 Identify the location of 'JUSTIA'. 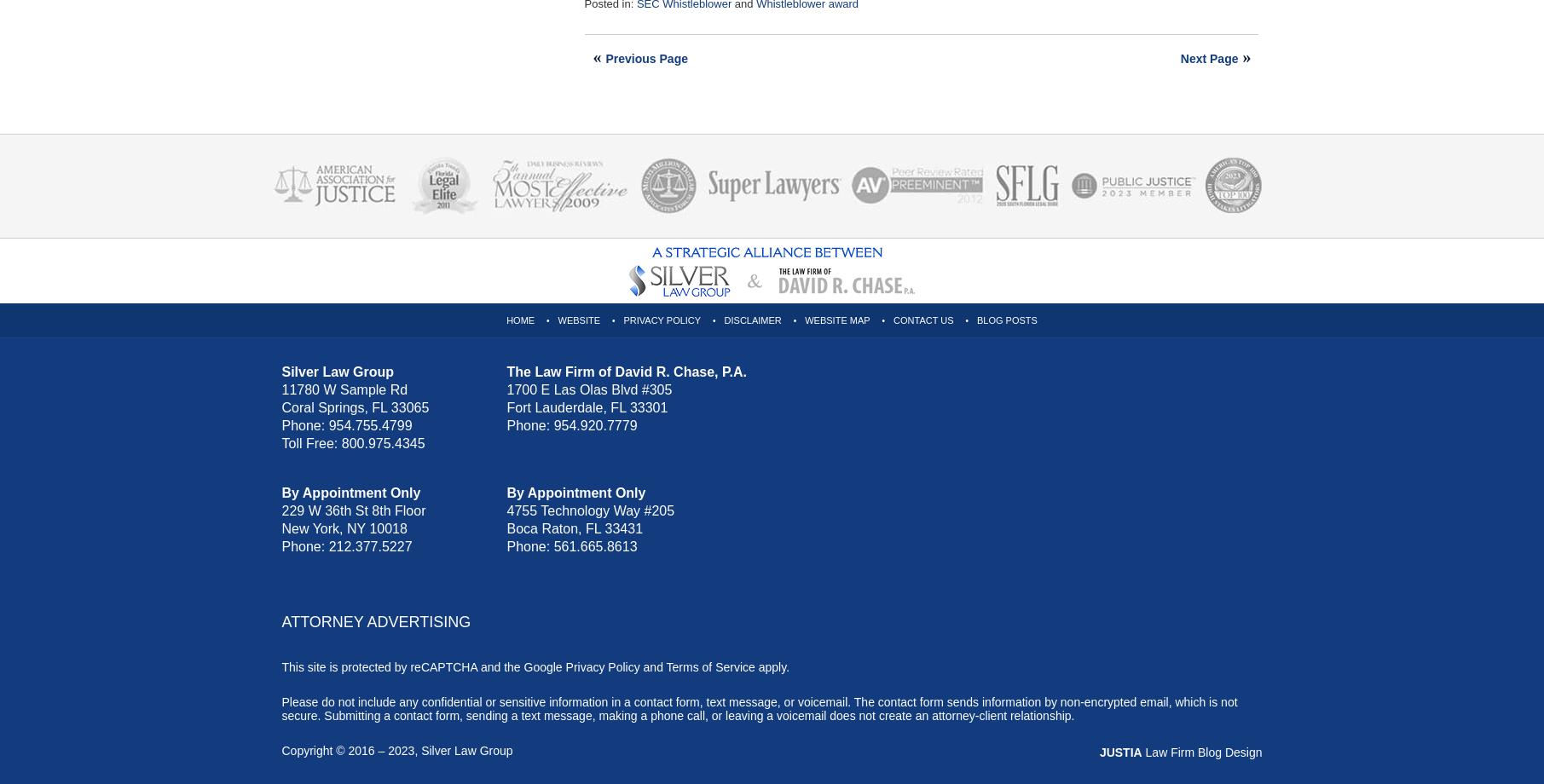
(1099, 751).